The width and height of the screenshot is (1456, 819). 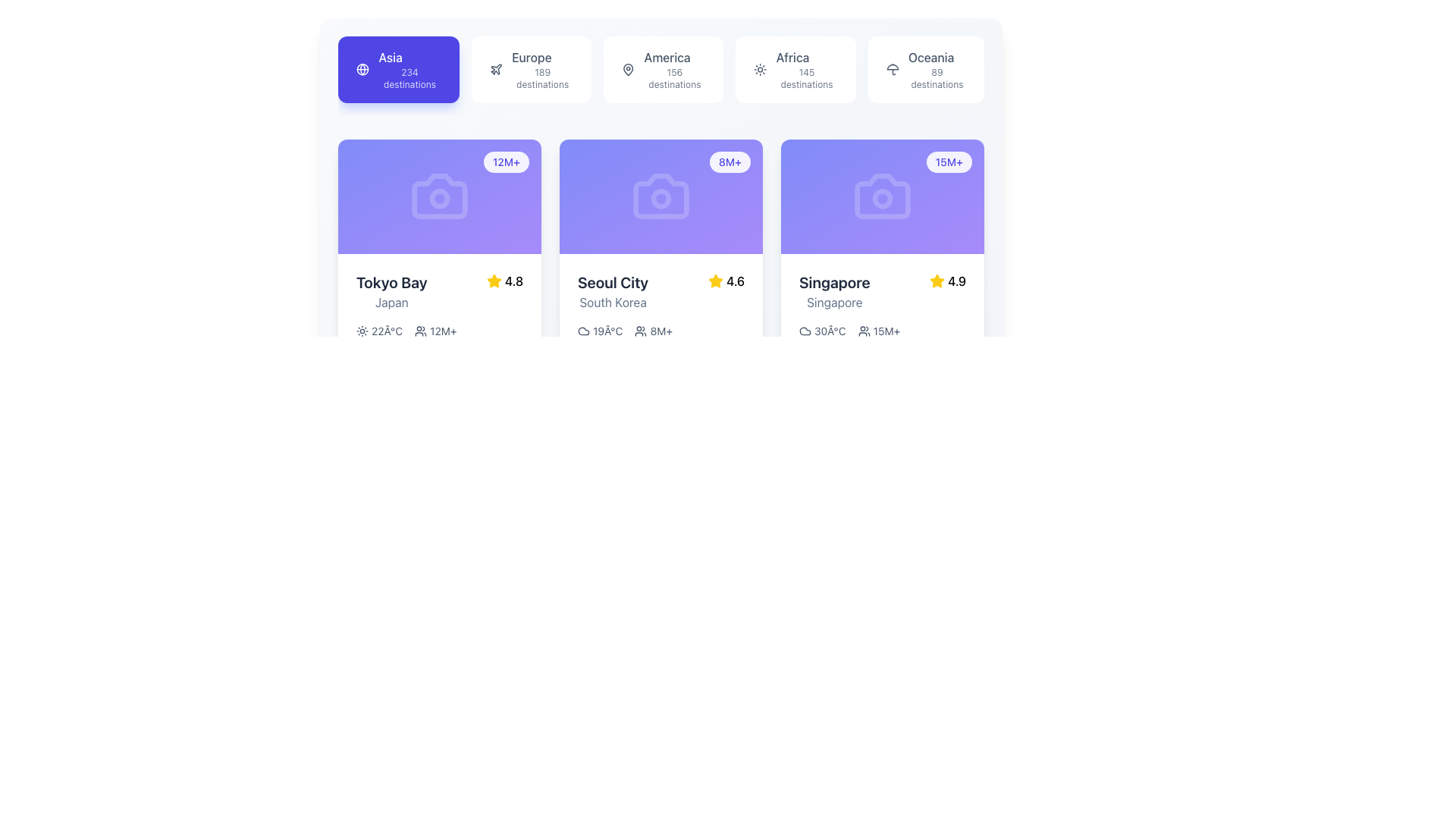 What do you see at coordinates (582, 329) in the screenshot?
I see `the weather indicator icon representing a cloudy condition located beside the temperature text '19°C' for Seoul City, South Korea, if it is interactive` at bounding box center [582, 329].